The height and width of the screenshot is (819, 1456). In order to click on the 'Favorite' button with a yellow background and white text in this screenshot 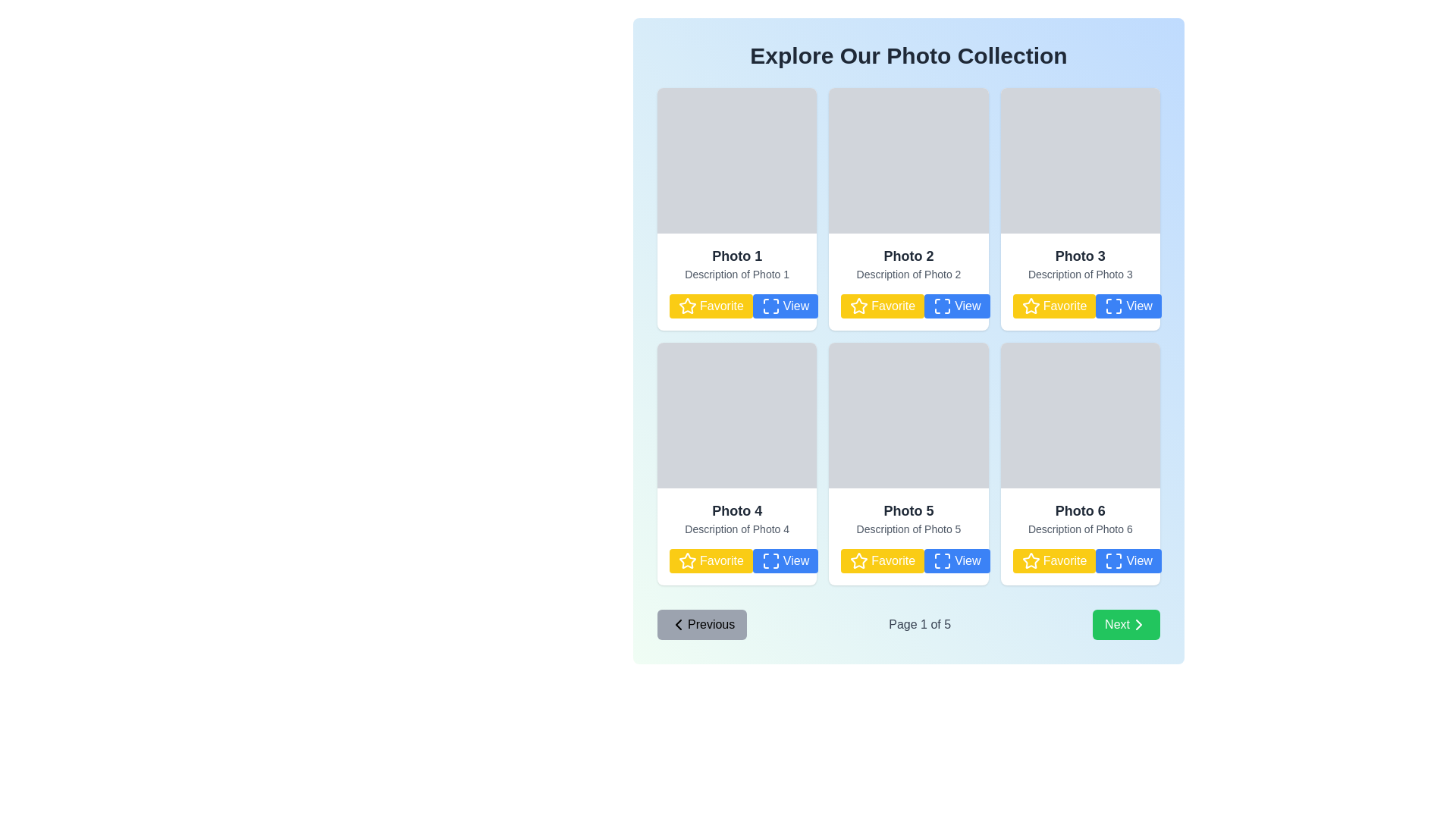, I will do `click(710, 306)`.